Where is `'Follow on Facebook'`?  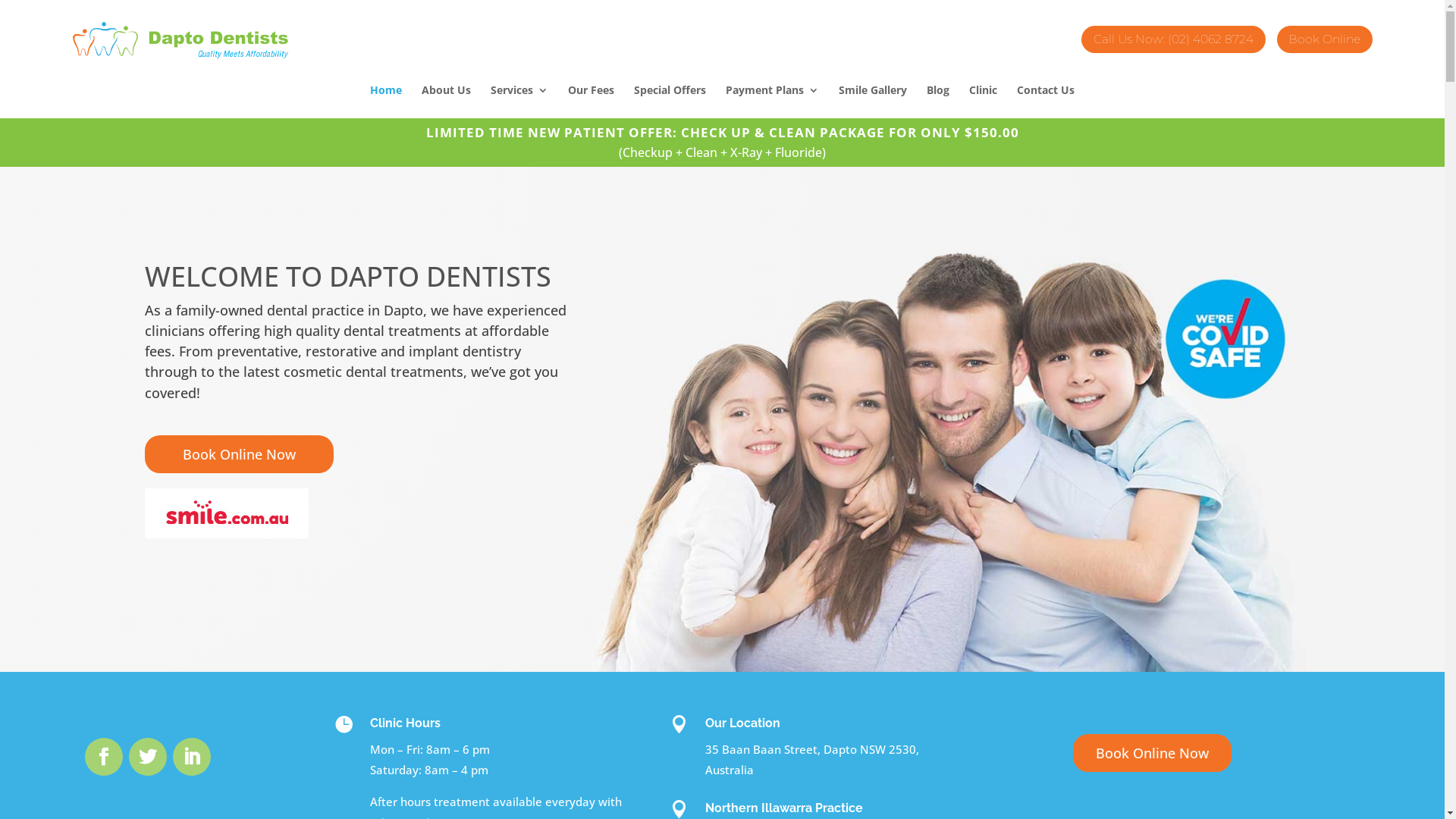
'Follow on Facebook' is located at coordinates (103, 755).